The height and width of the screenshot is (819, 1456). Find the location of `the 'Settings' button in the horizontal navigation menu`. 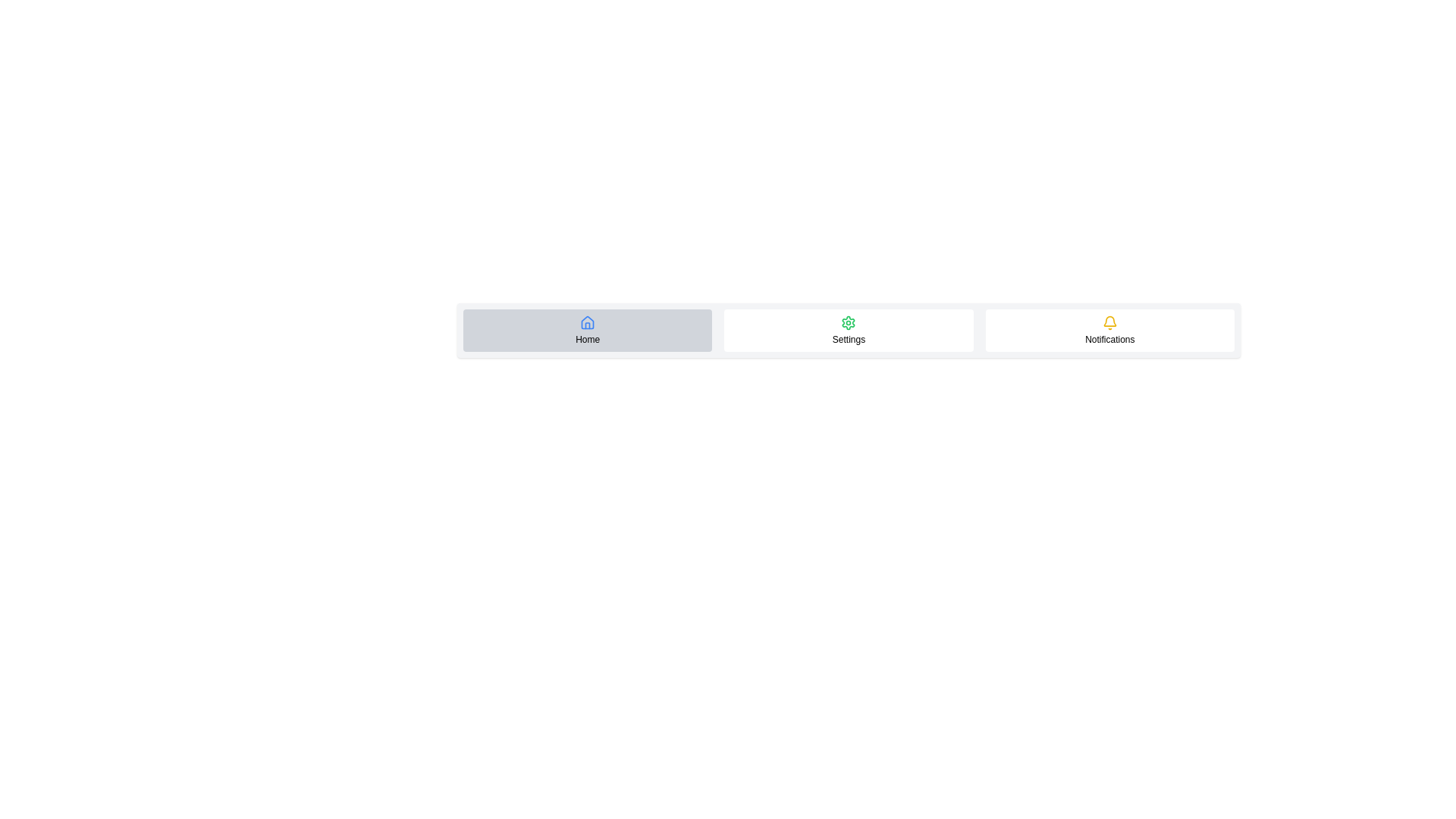

the 'Settings' button in the horizontal navigation menu is located at coordinates (848, 329).